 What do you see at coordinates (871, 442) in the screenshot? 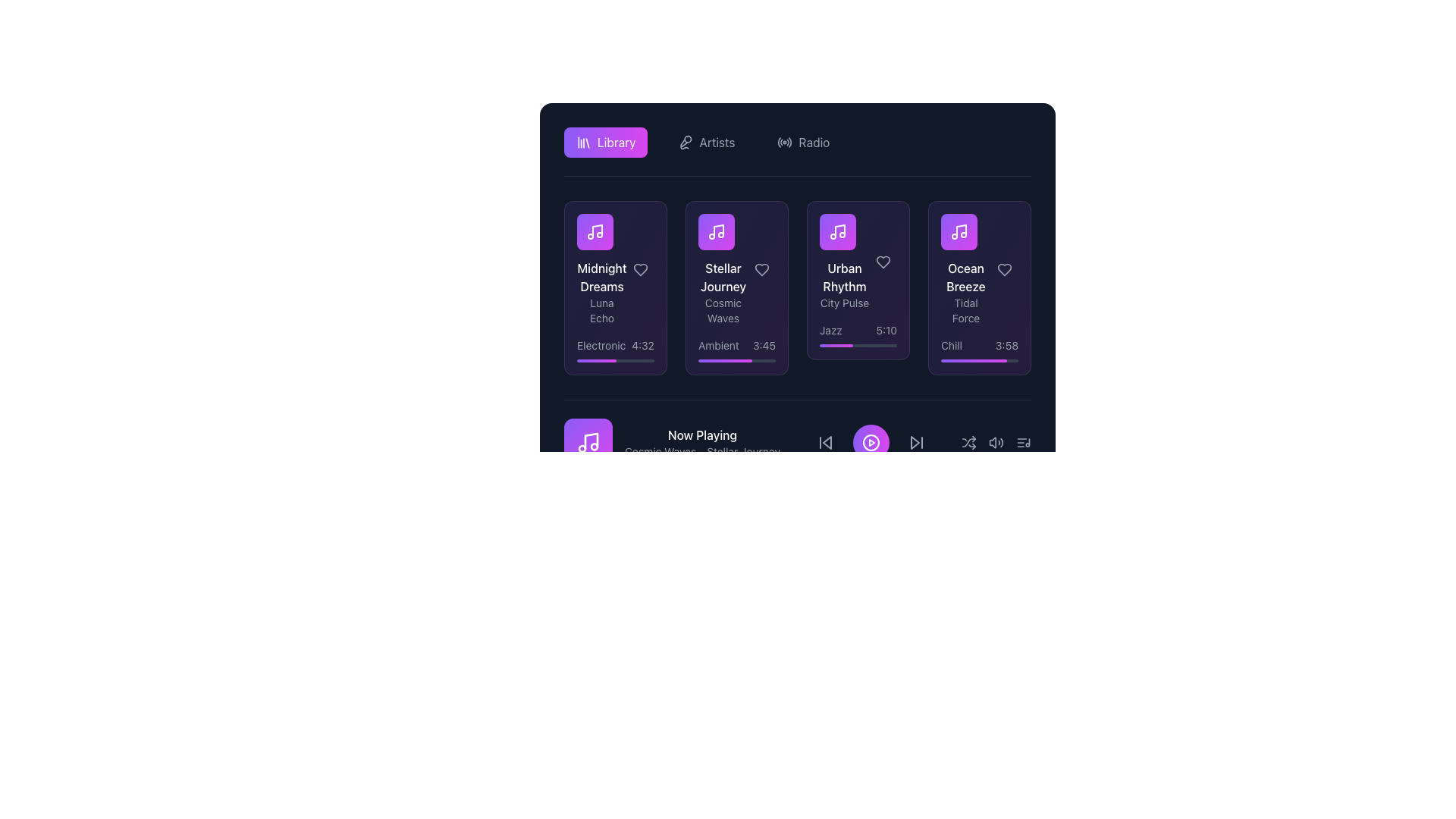
I see `the playback control button located at the bottom center of the interface, below the 'Now Playing' area` at bounding box center [871, 442].